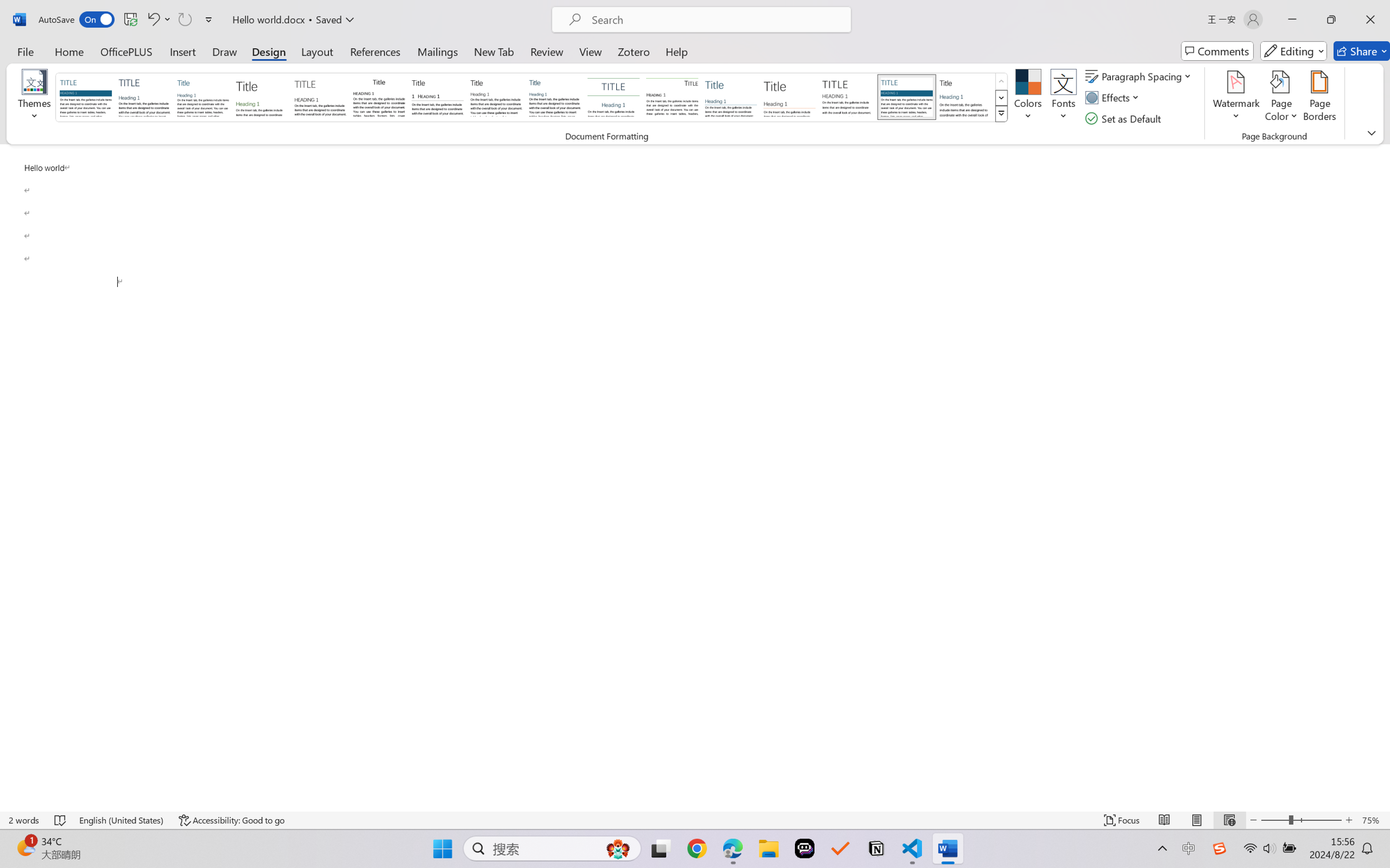 This screenshot has width=1390, height=868. I want to click on 'New Tab', so click(493, 51).